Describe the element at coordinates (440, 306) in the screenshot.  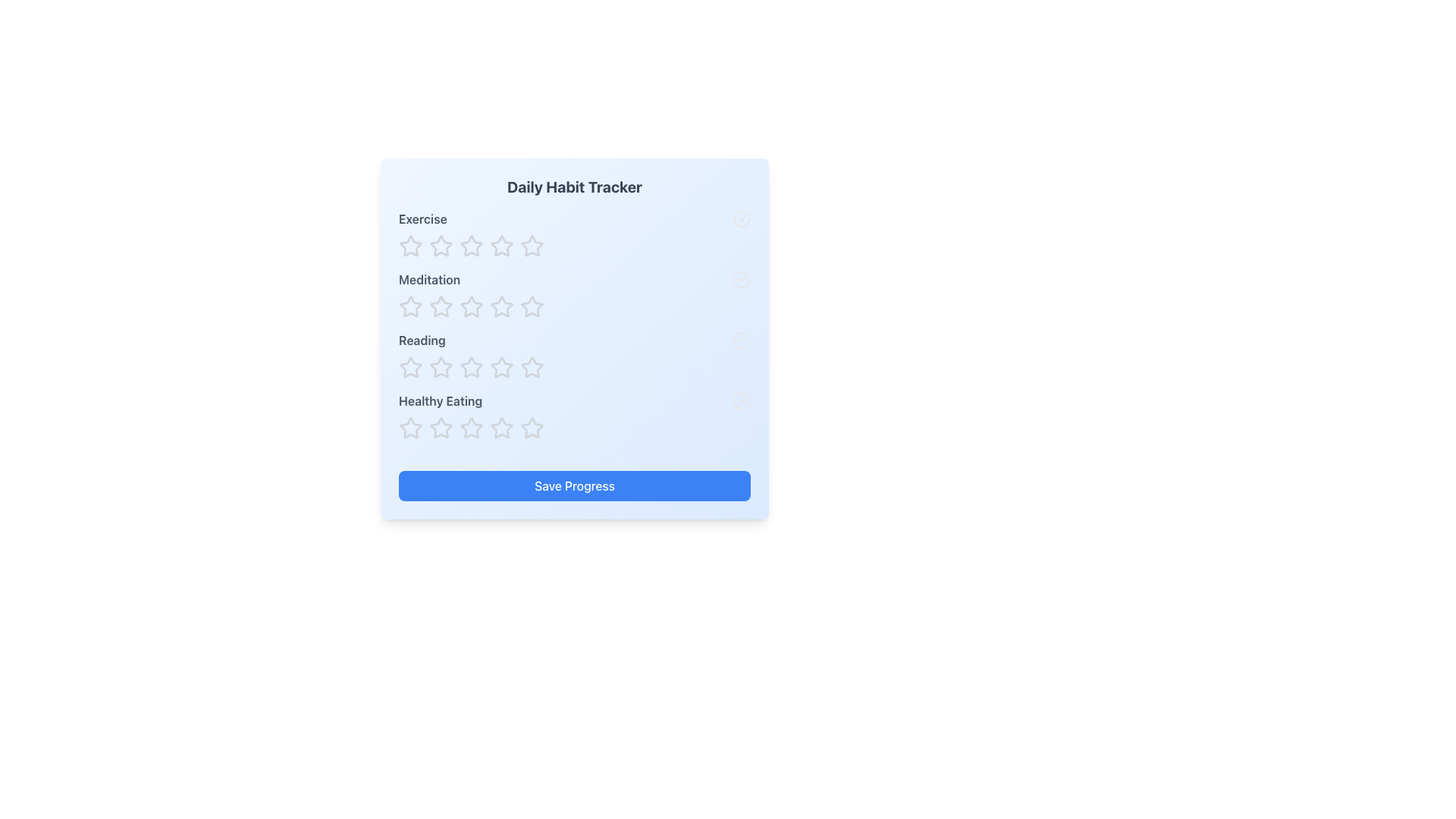
I see `the first star icon in the second row of the 'Daily Habit Tracker' under the 'Meditation' category` at that location.